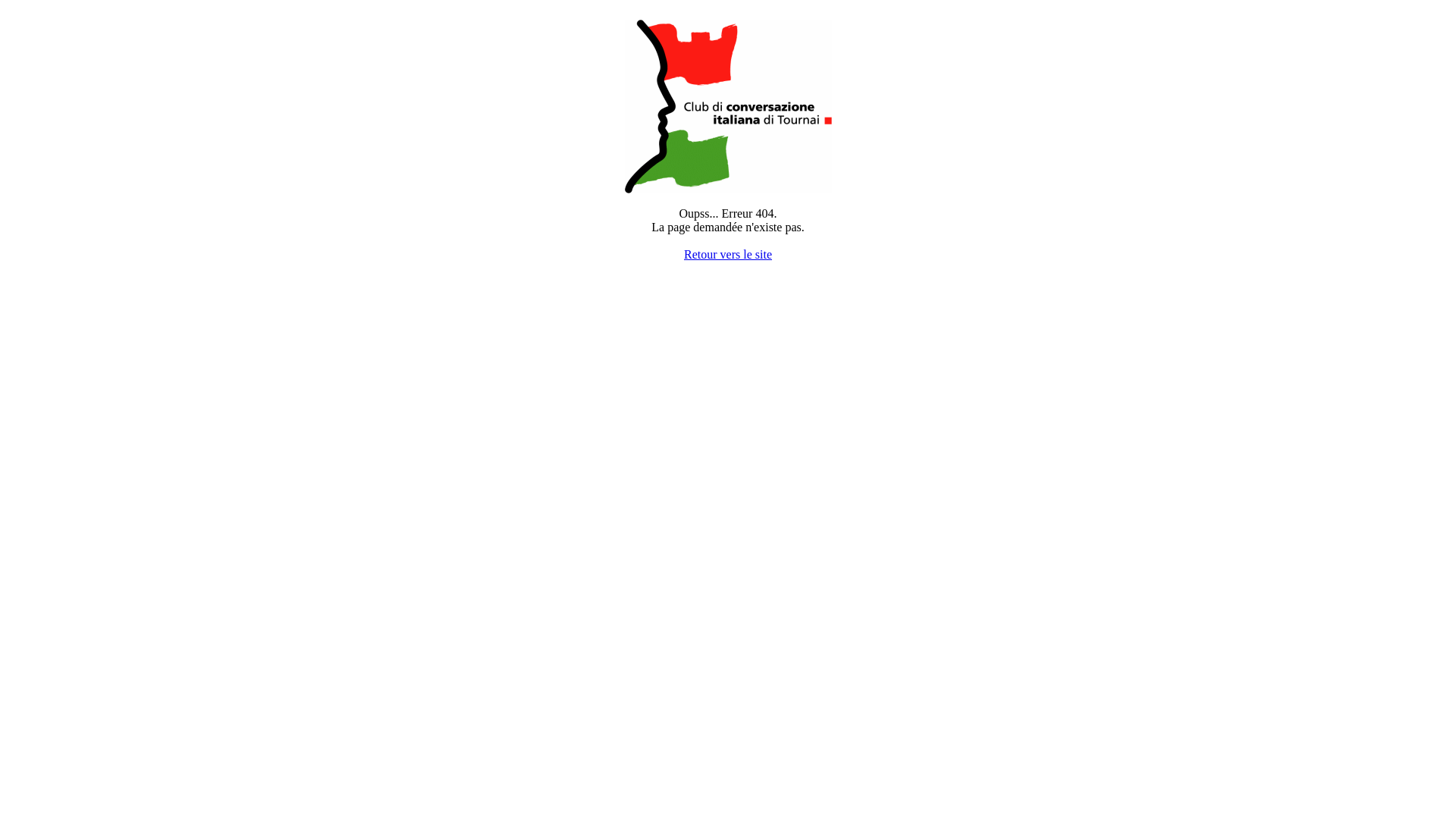  Describe the element at coordinates (728, 253) in the screenshot. I see `'Retour vers le site'` at that location.